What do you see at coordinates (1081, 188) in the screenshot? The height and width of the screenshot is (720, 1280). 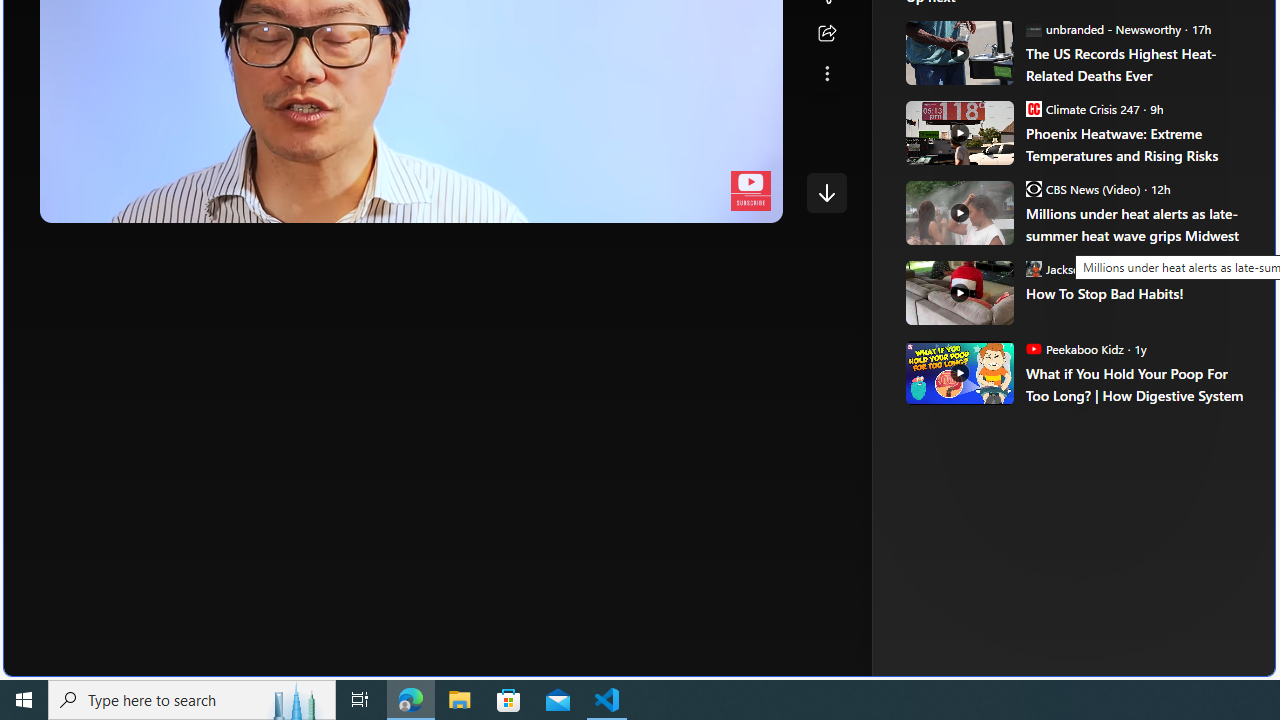 I see `'CBS News (Video) CBS News (Video)'` at bounding box center [1081, 188].